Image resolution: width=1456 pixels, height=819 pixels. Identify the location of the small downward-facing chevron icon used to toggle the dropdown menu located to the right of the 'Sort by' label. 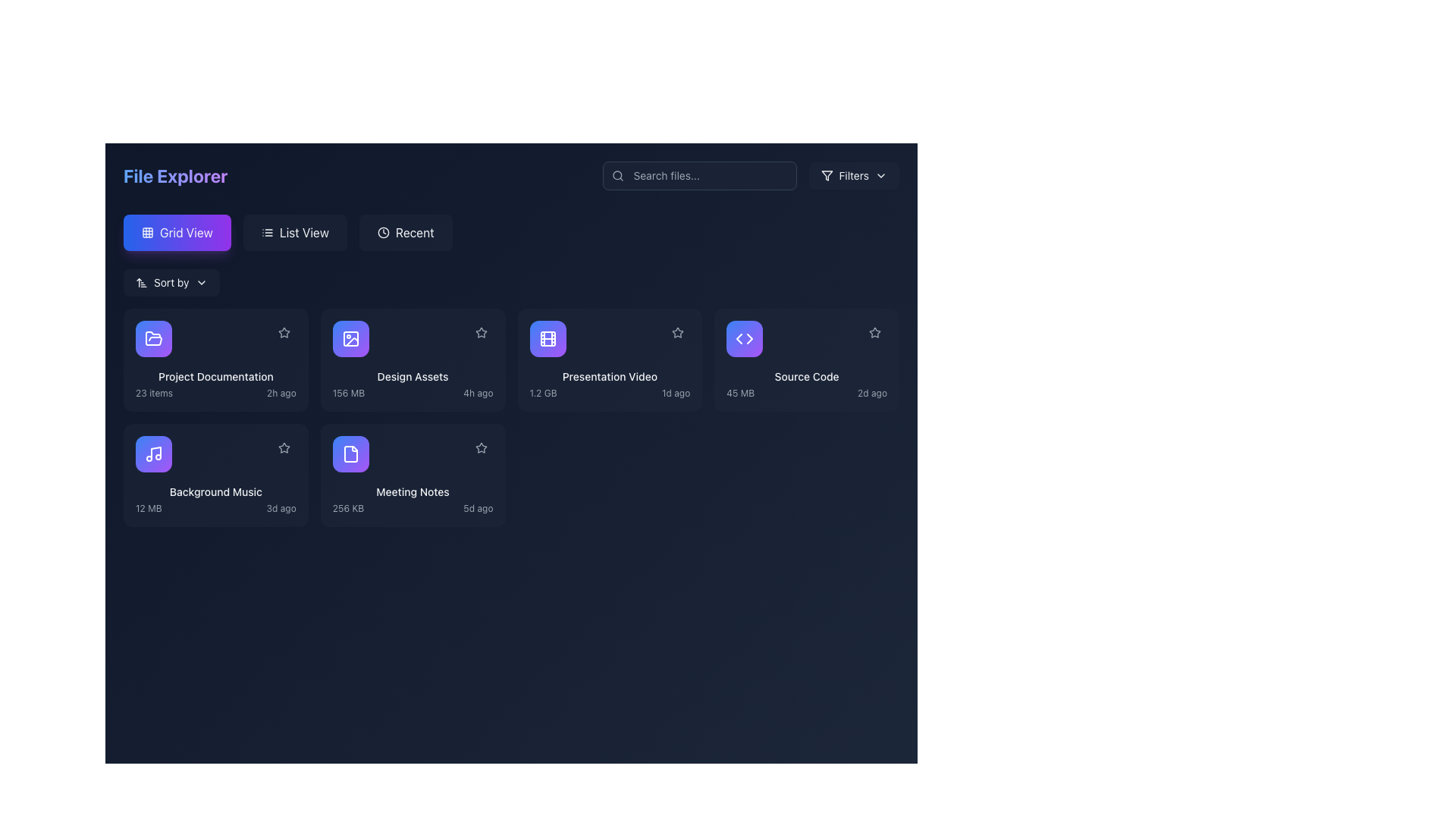
(200, 283).